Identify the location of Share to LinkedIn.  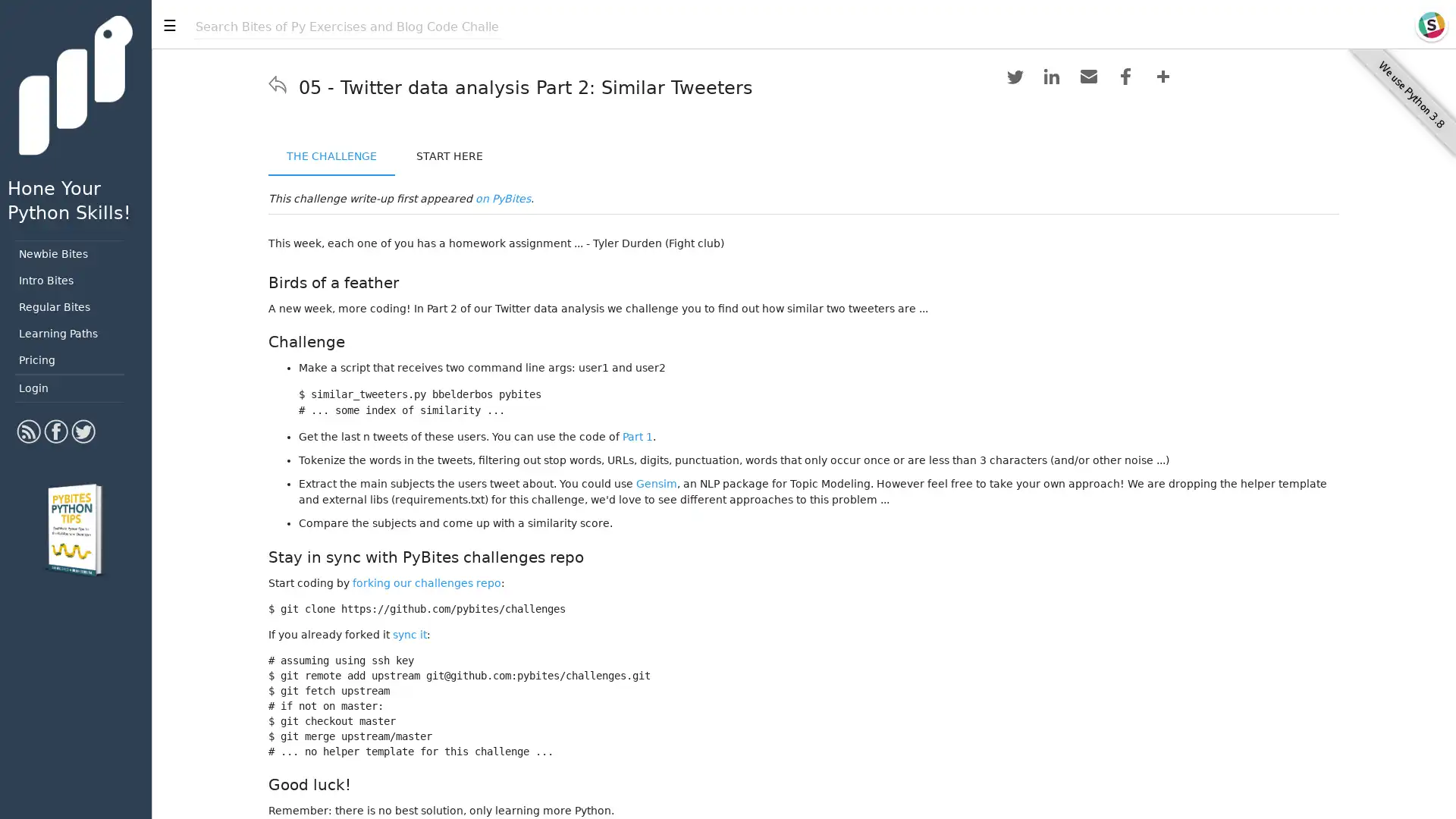
(1048, 76).